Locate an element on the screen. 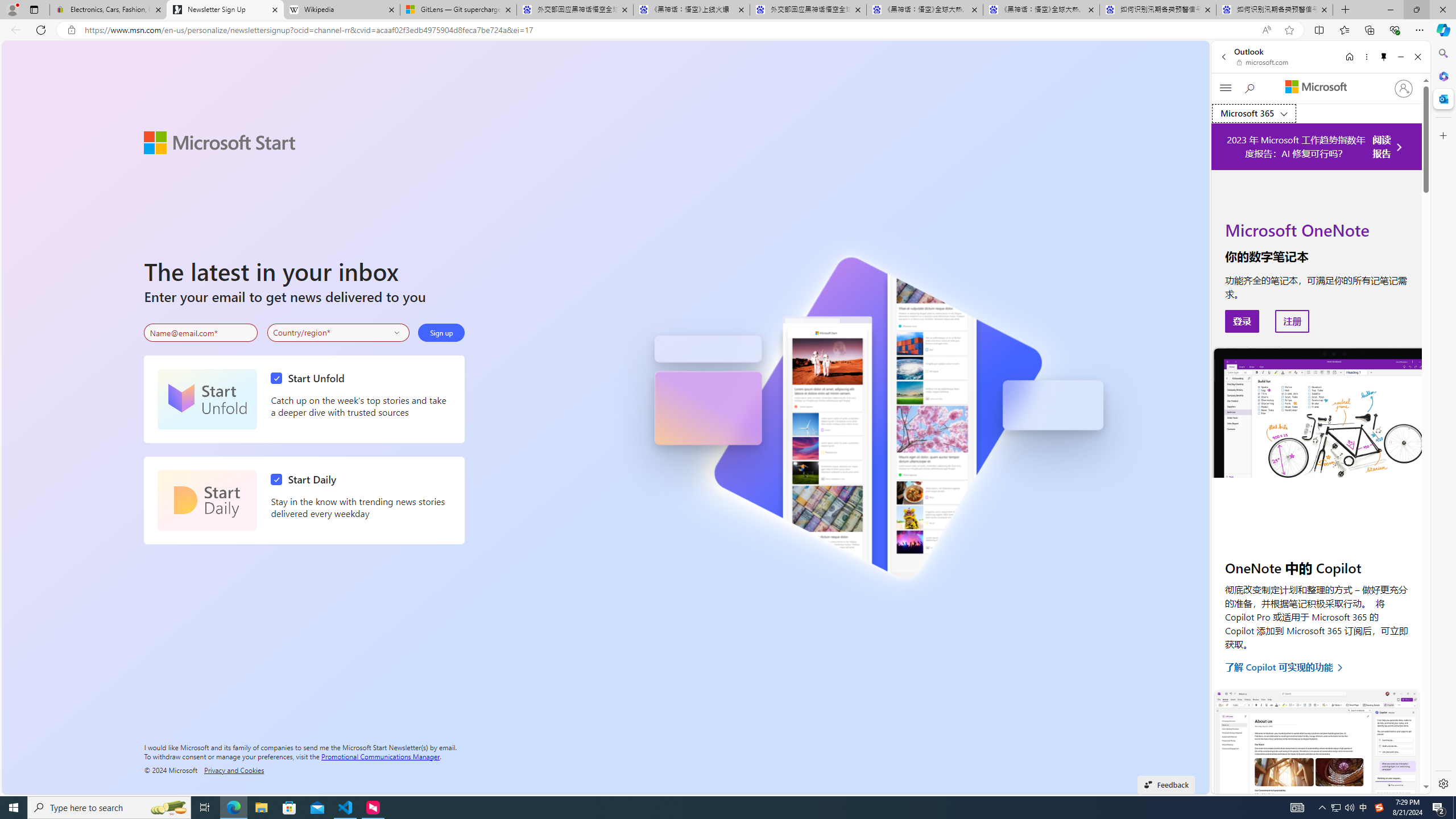 Image resolution: width=1456 pixels, height=819 pixels. 'Unpin side pane' is located at coordinates (1384, 56).